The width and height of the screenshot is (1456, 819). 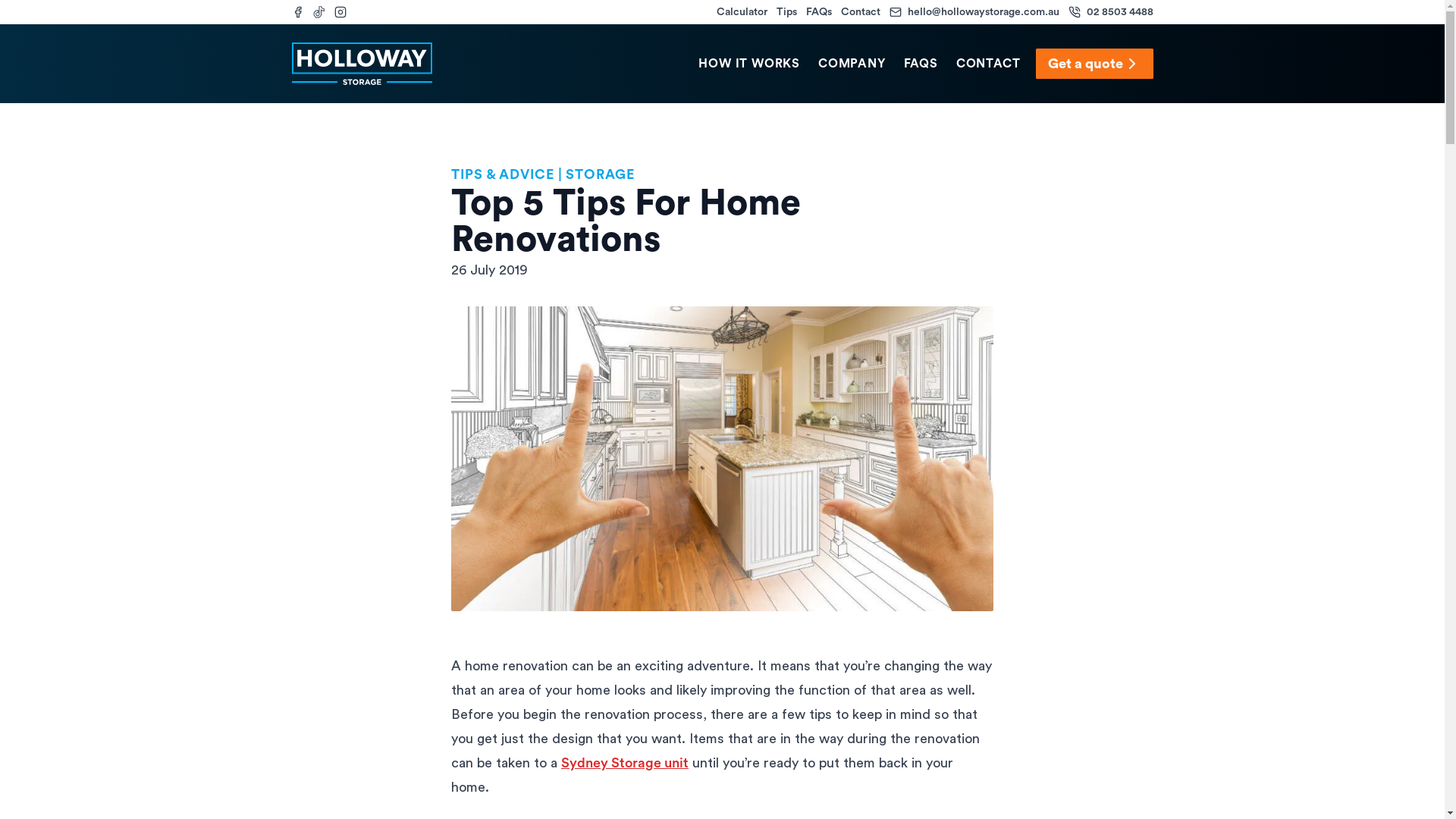 I want to click on 'Tips', so click(x=786, y=11).